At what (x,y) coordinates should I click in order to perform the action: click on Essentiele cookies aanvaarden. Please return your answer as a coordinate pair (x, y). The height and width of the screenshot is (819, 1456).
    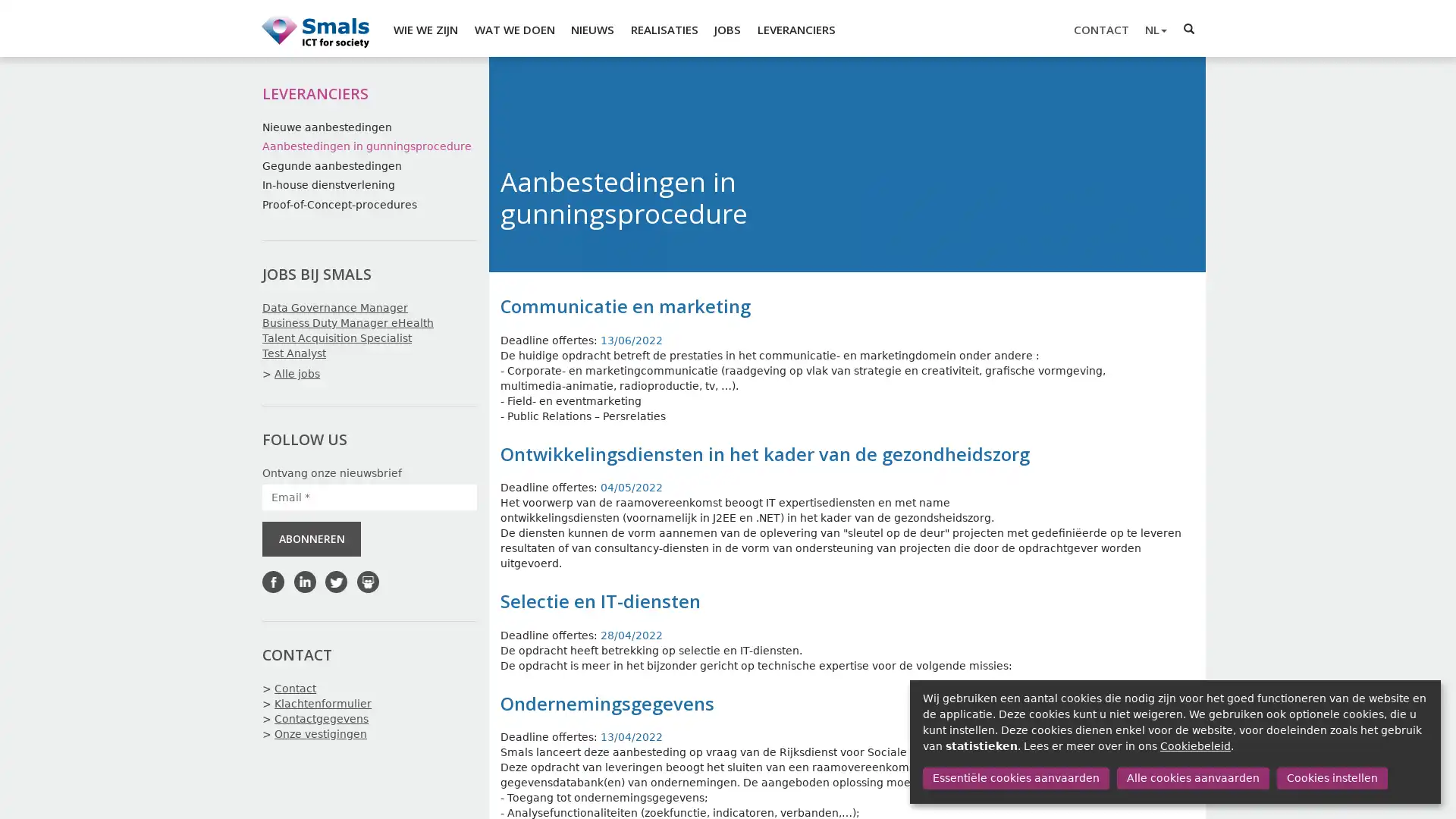
    Looking at the image, I should click on (1015, 778).